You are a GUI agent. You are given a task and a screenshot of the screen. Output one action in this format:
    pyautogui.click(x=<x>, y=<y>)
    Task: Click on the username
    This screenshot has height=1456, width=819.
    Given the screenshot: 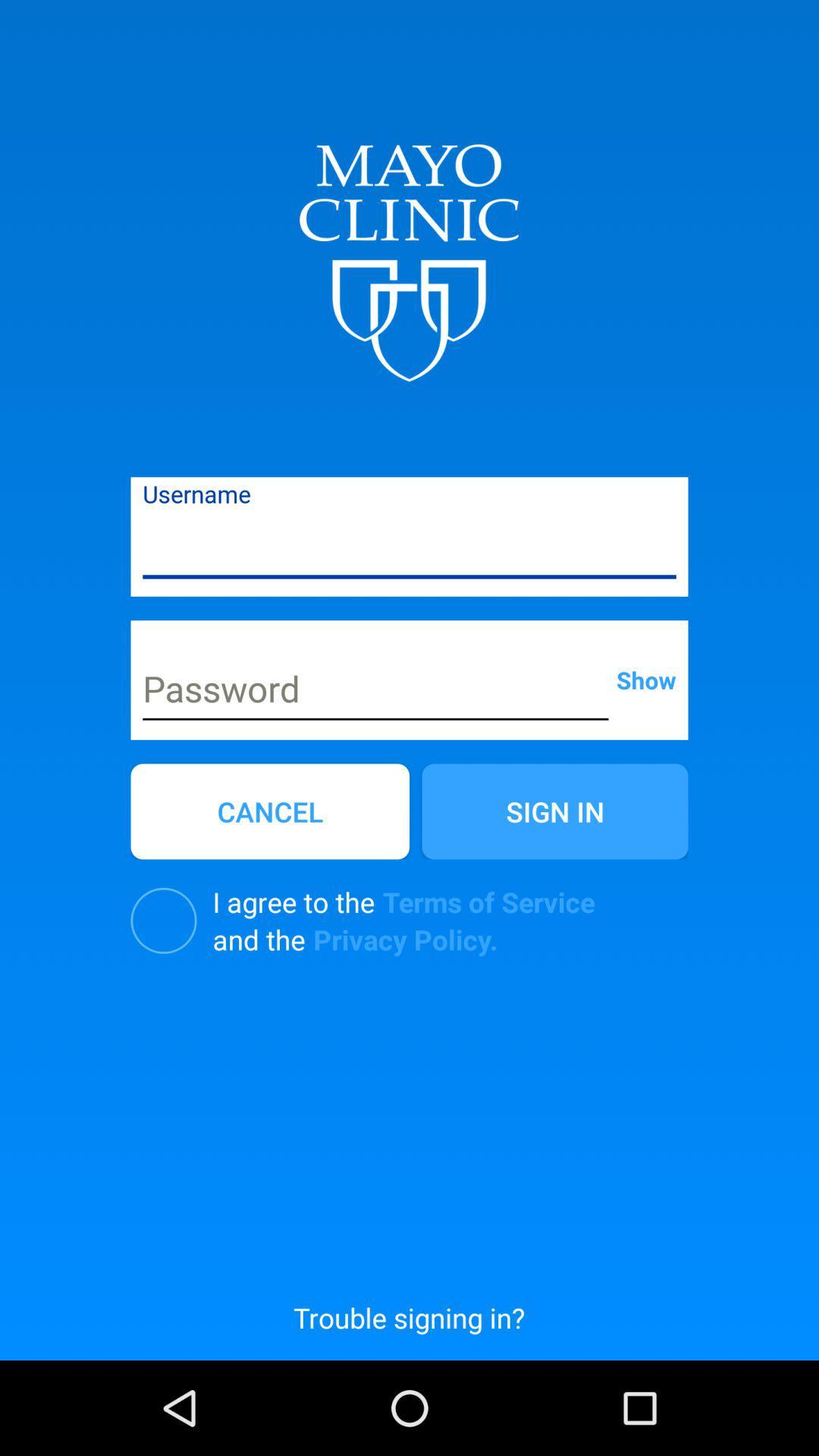 What is the action you would take?
    pyautogui.click(x=409, y=547)
    